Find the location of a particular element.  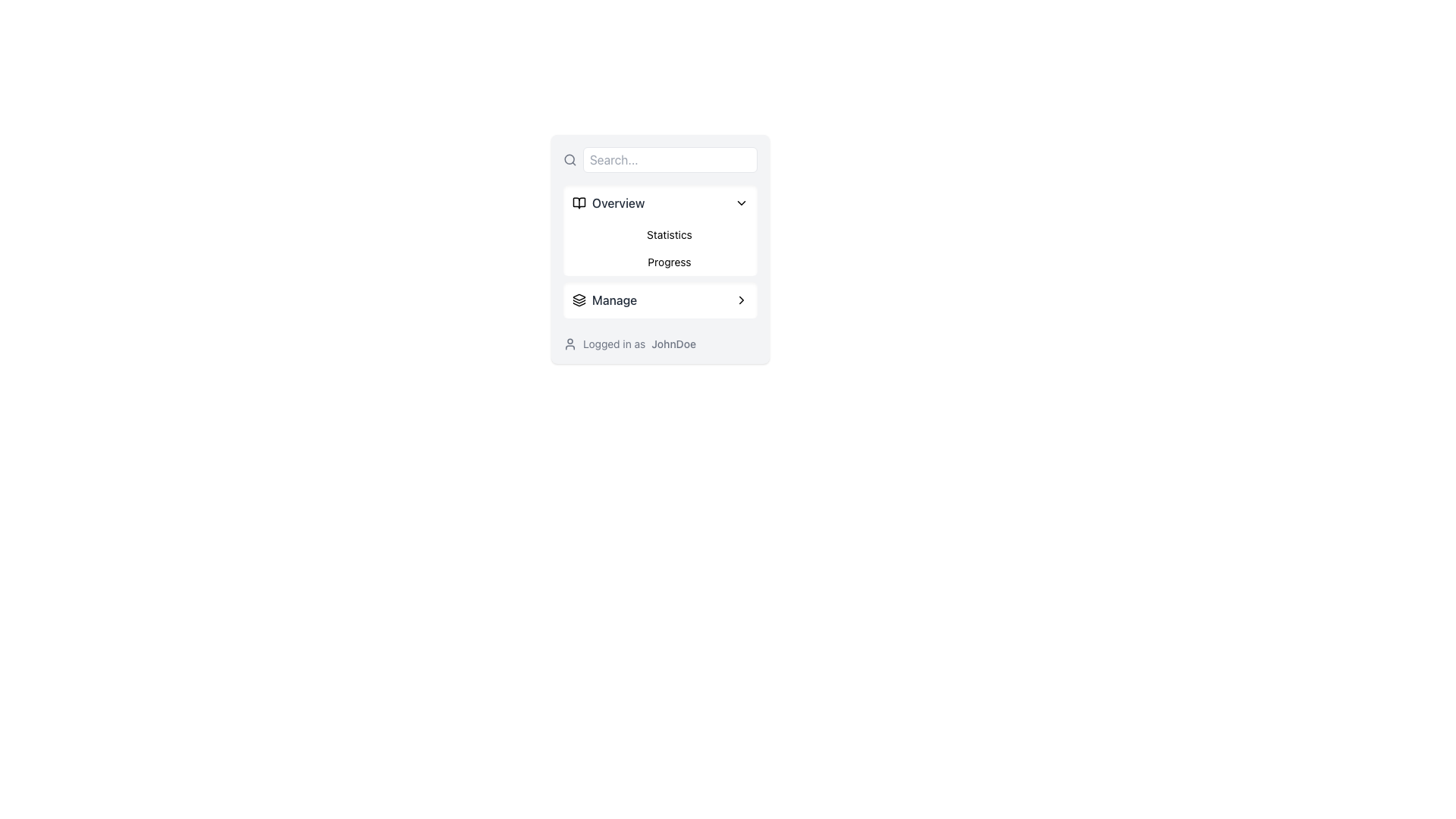

the 'Manage' button-like navigational menu item, which features a stacked layers icon on the left and bold text on the right, to emphasize its presence is located at coordinates (604, 300).